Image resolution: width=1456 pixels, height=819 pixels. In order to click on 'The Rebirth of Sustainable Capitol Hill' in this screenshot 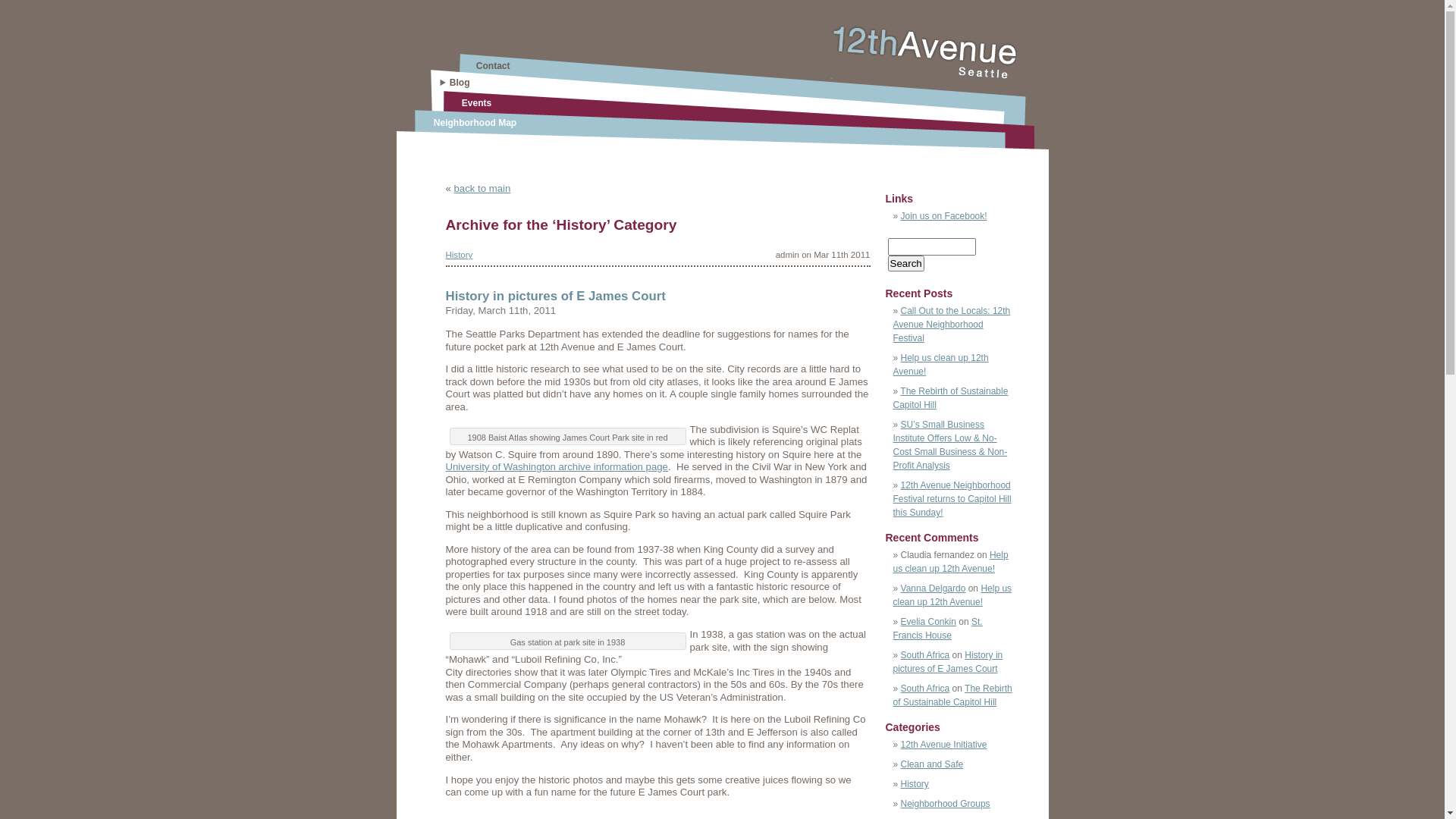, I will do `click(952, 695)`.